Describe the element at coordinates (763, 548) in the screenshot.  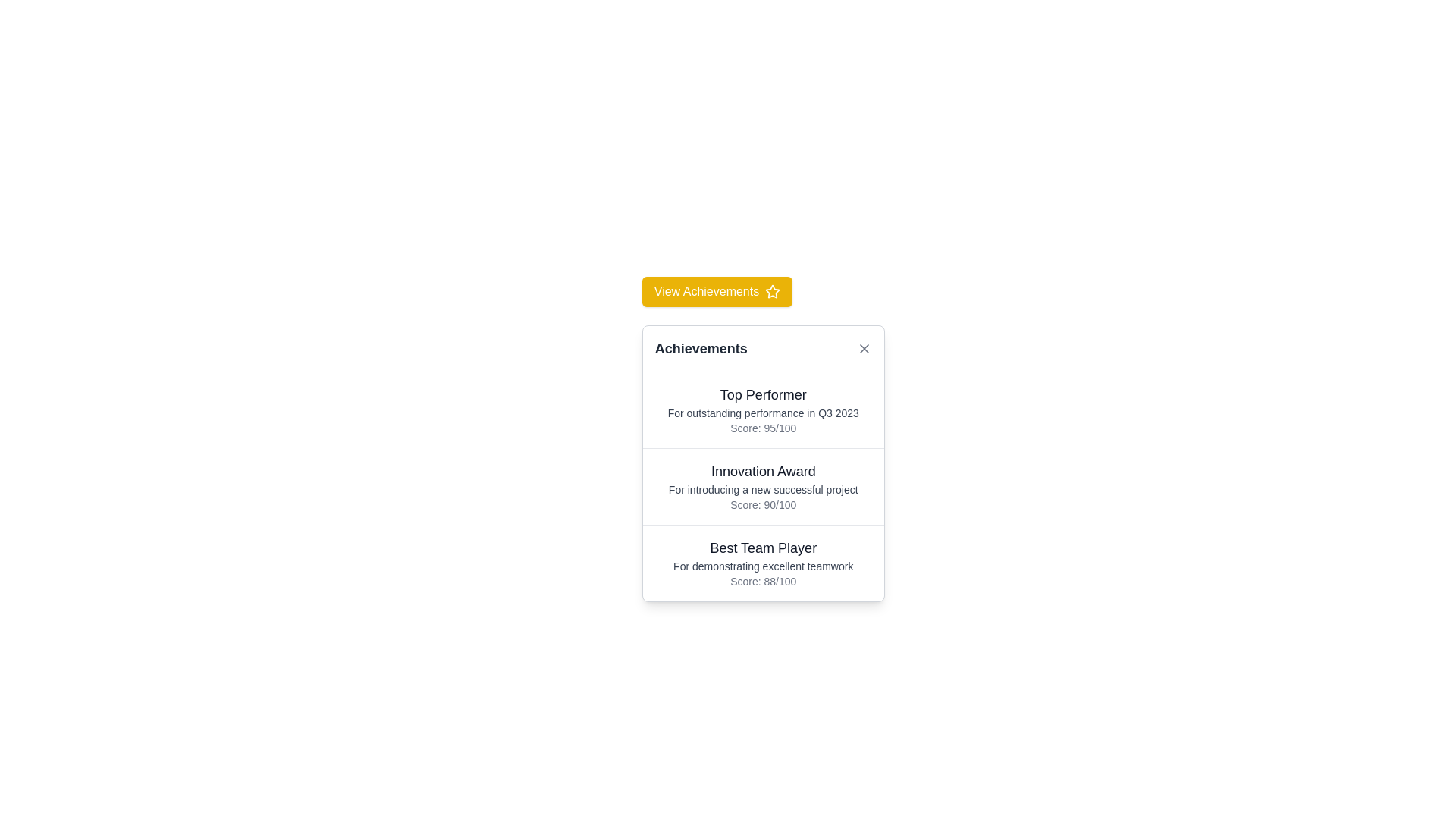
I see `the 'Best Team Player' text label, which is styled in a larger font size, bold weight, and black color, located within a card containing achievement entries` at that location.